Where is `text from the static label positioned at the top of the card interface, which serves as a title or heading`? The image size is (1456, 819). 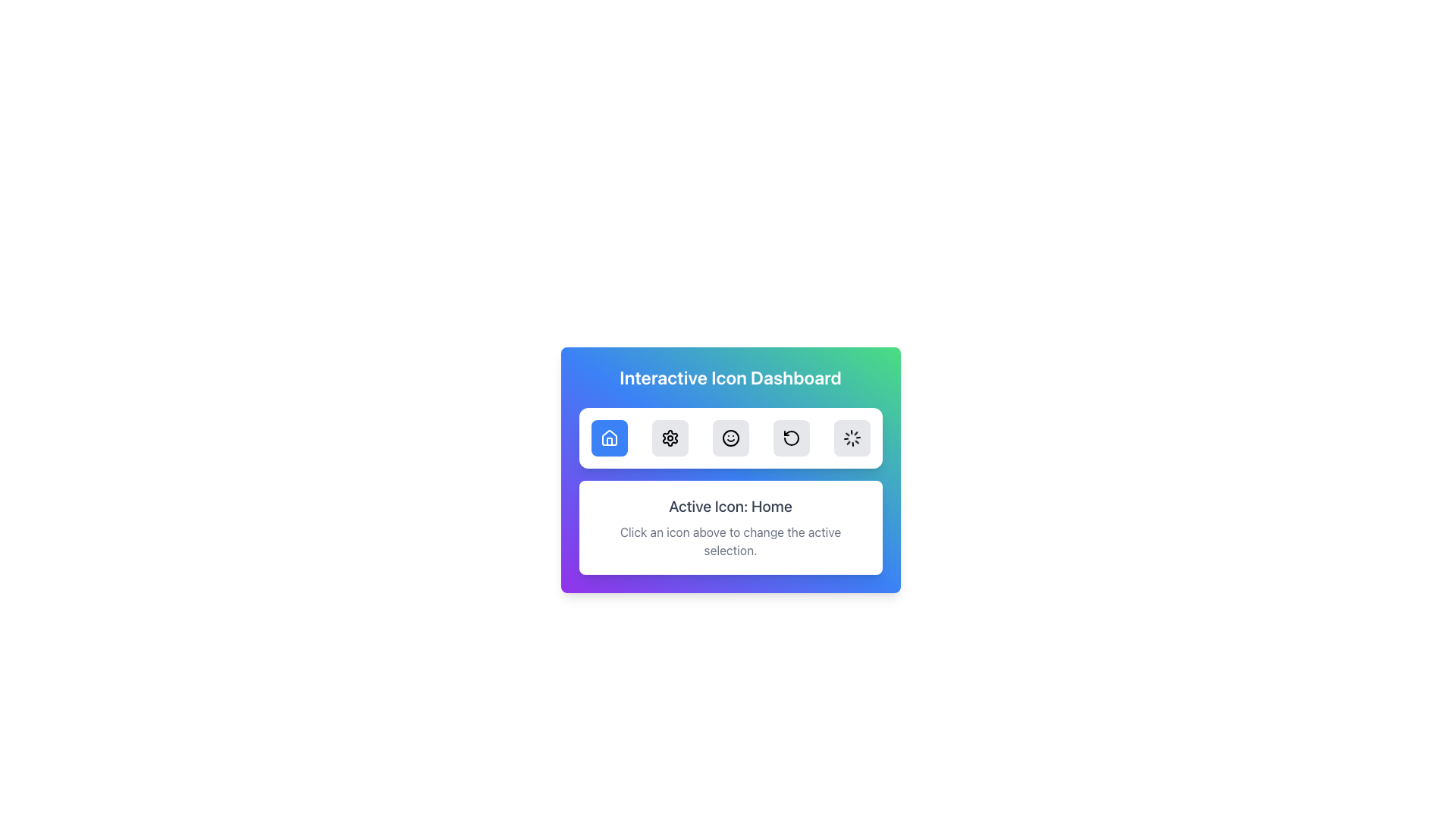
text from the static label positioned at the top of the card interface, which serves as a title or heading is located at coordinates (730, 376).